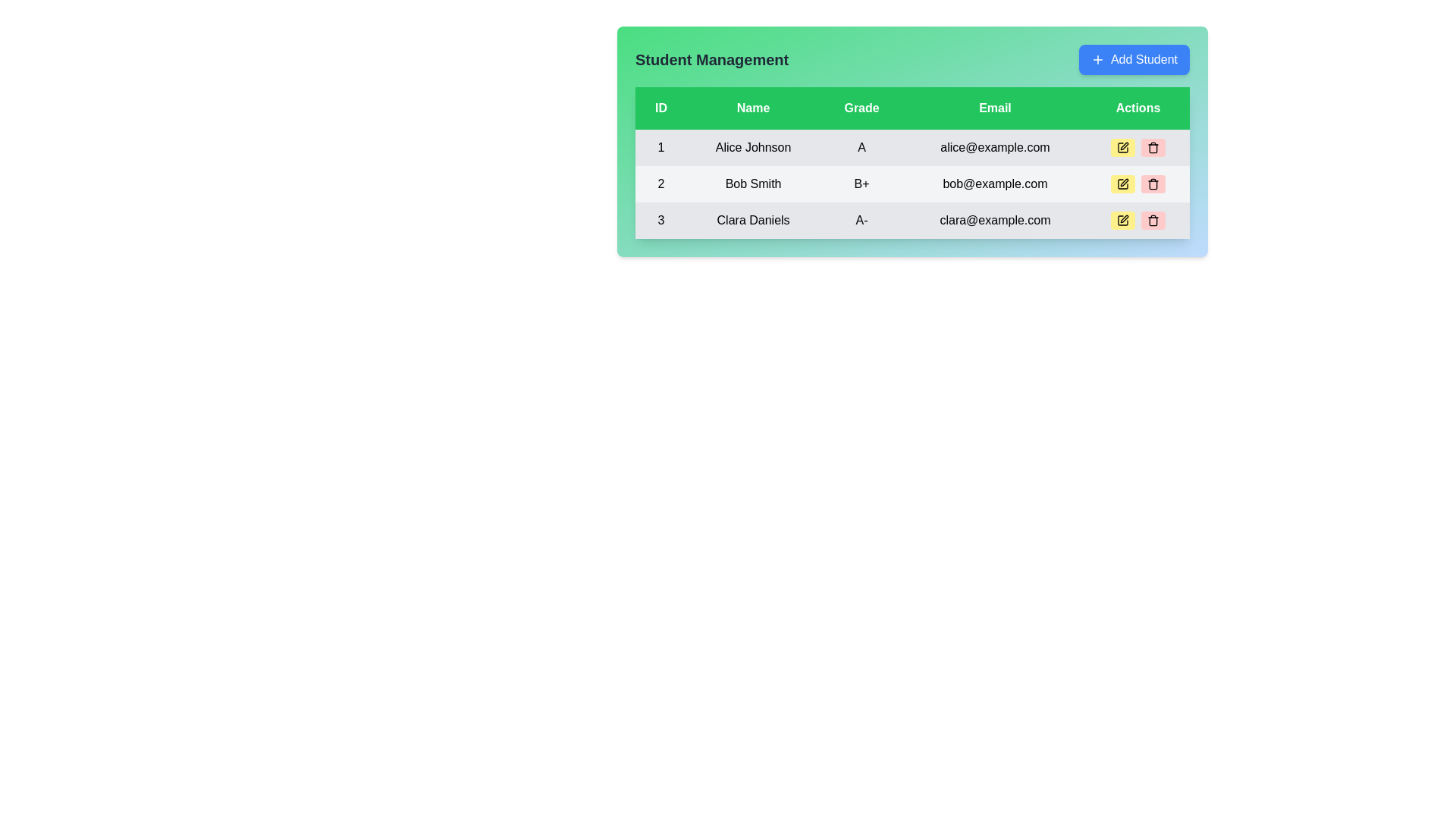 Image resolution: width=1456 pixels, height=819 pixels. Describe the element at coordinates (1125, 219) in the screenshot. I see `the edit icon located in the 'Actions' column of the third row in the table for 'Clara Daniels'` at that location.